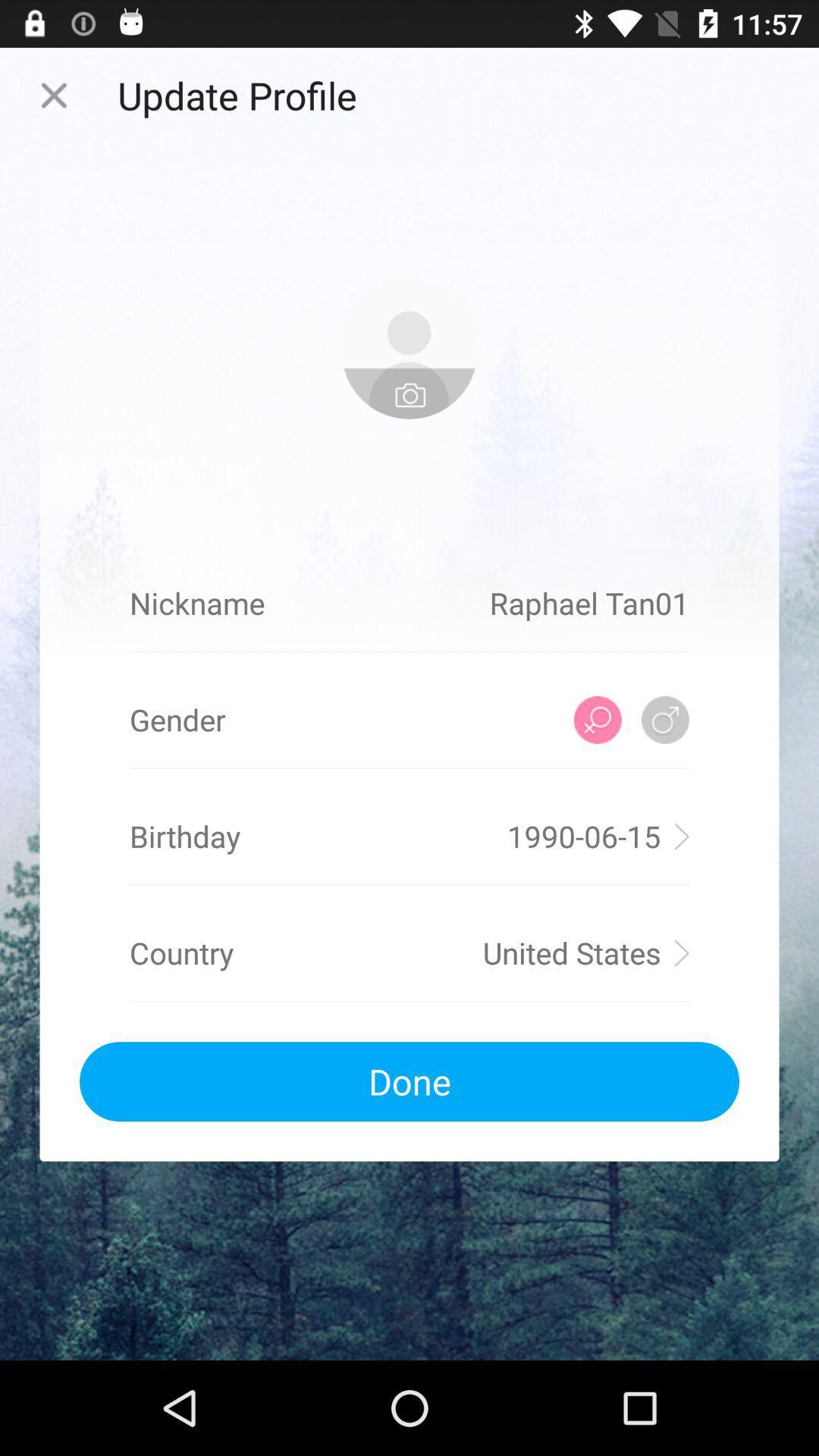 The width and height of the screenshot is (819, 1456). Describe the element at coordinates (664, 719) in the screenshot. I see `male gender option` at that location.